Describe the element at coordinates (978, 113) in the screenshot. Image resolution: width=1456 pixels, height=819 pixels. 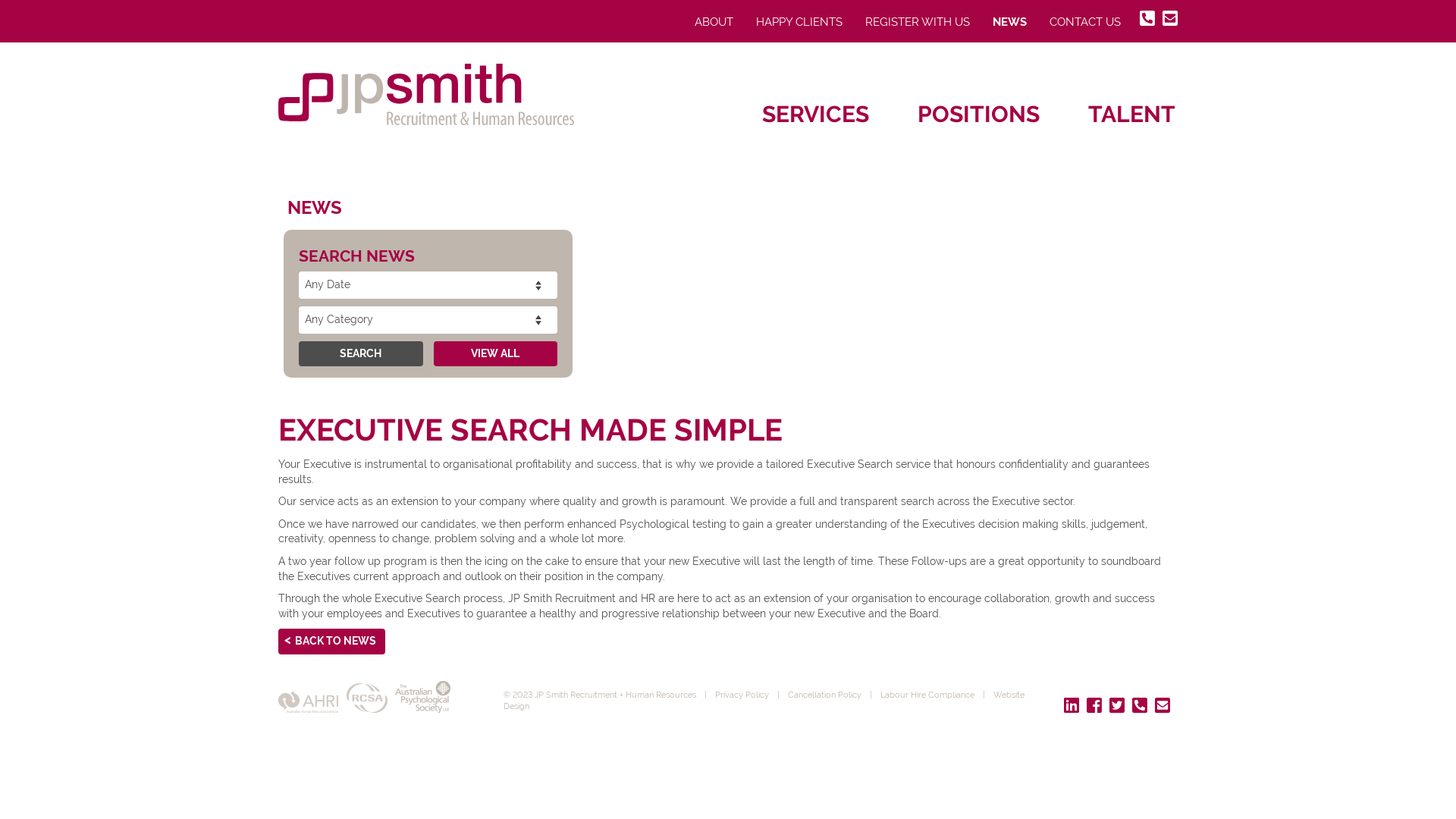
I see `'POSITIONS'` at that location.